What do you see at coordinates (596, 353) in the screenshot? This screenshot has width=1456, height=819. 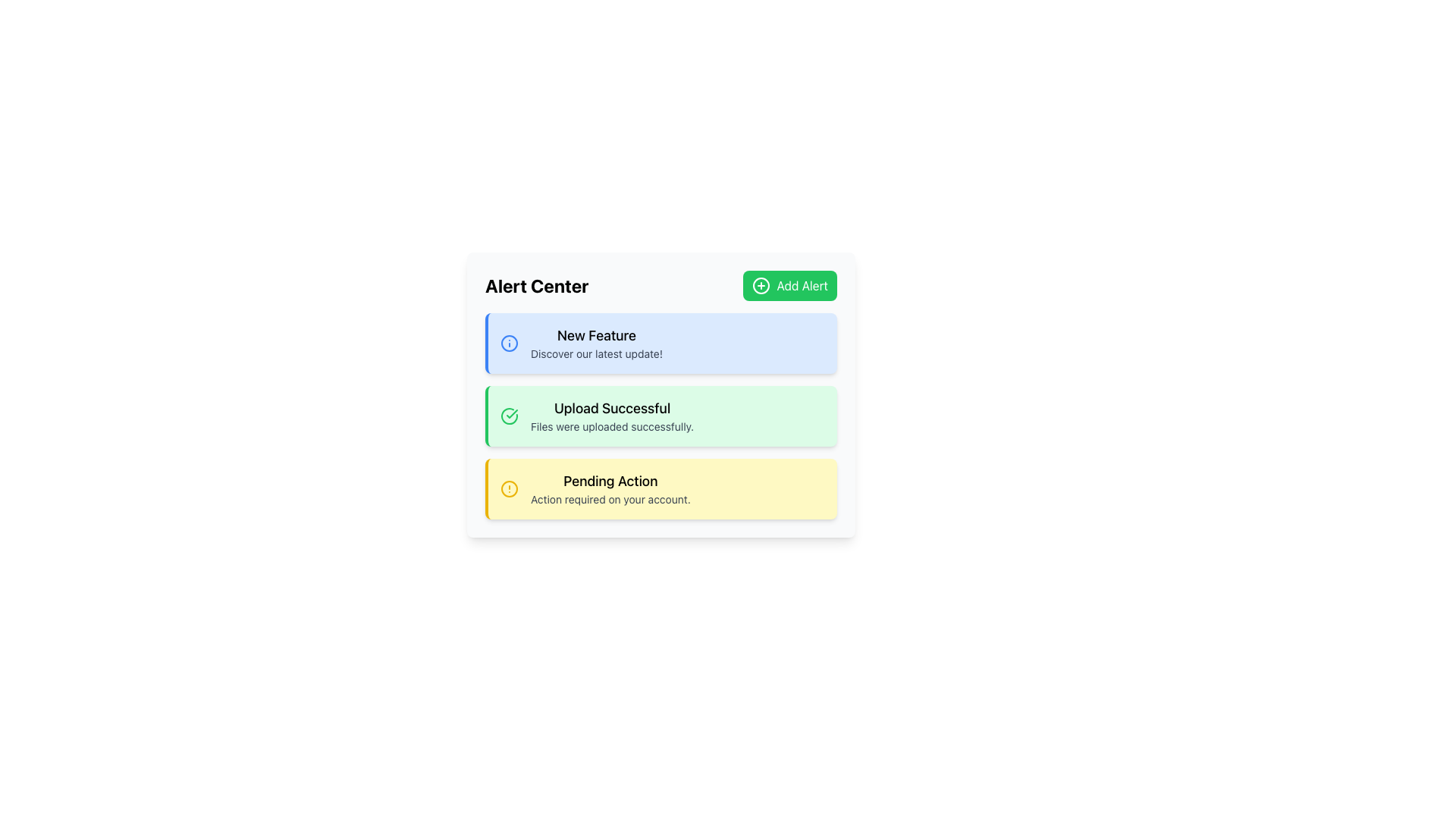 I see `static text element located in the light blue notification panel, positioned directly below the title 'New Feature.'` at bounding box center [596, 353].